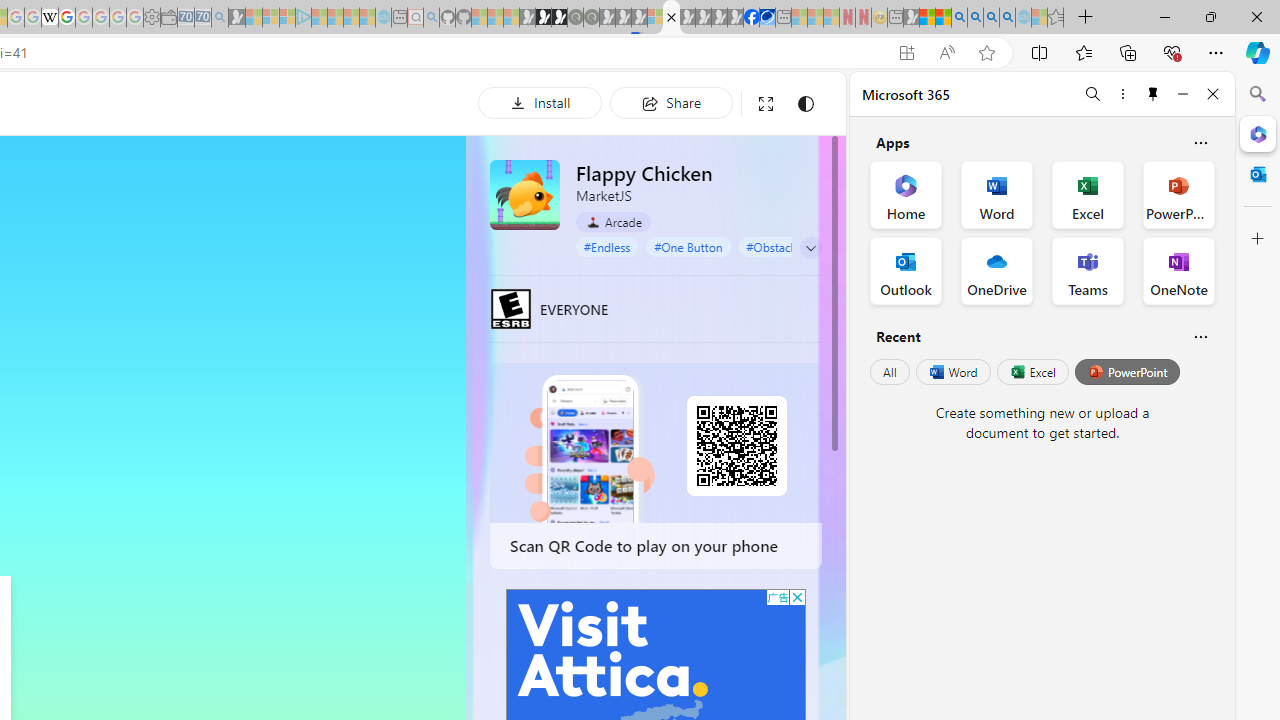 This screenshot has width=1280, height=720. What do you see at coordinates (766, 17) in the screenshot?
I see `'AirNow.gov'` at bounding box center [766, 17].